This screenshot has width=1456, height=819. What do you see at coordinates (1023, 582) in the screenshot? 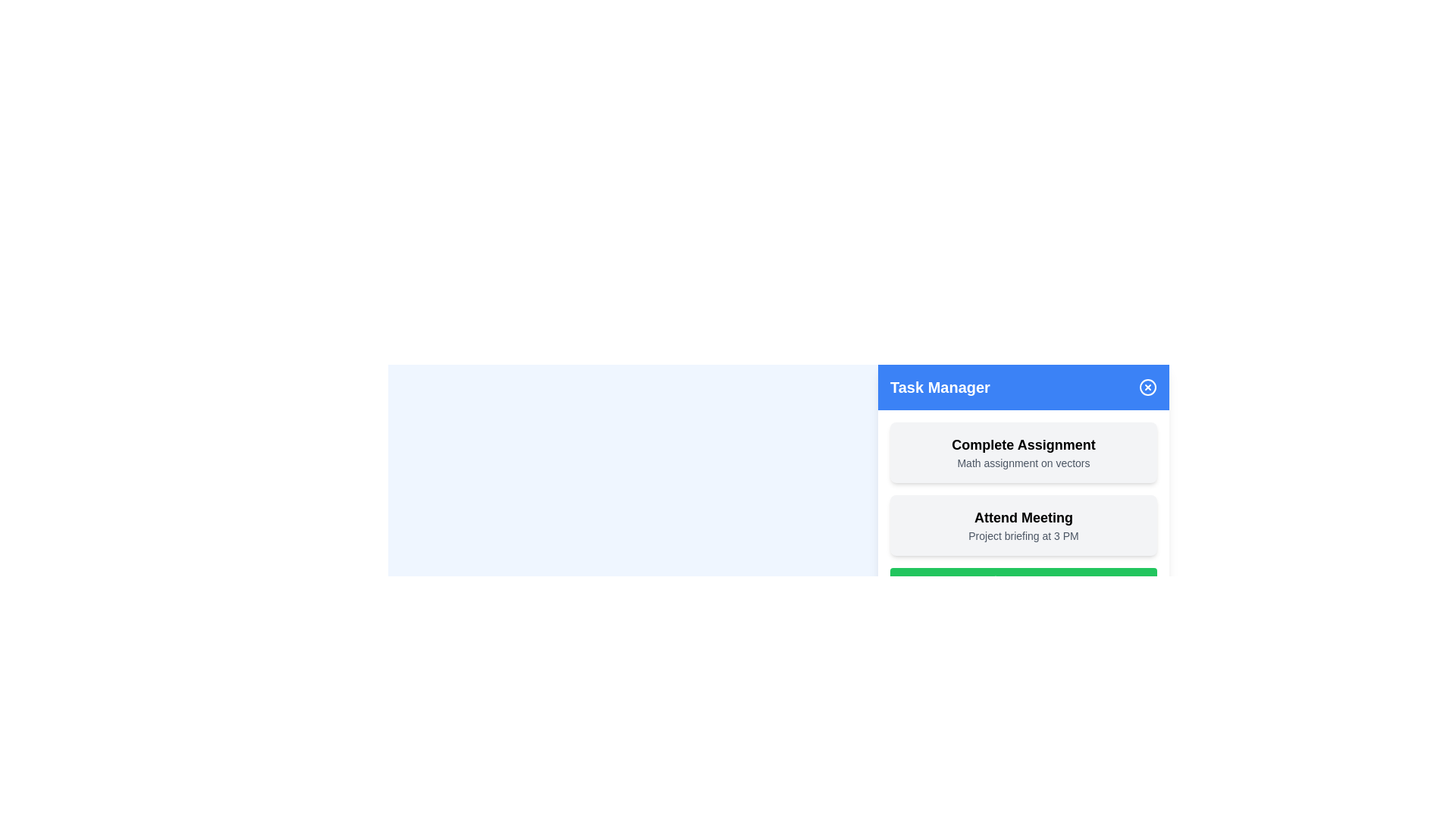
I see `the 'Add Task' button, which is a bright green rectangular button with white text and a '+' icon, located at the bottom of the task list in the 'Task Manager' section` at bounding box center [1023, 582].